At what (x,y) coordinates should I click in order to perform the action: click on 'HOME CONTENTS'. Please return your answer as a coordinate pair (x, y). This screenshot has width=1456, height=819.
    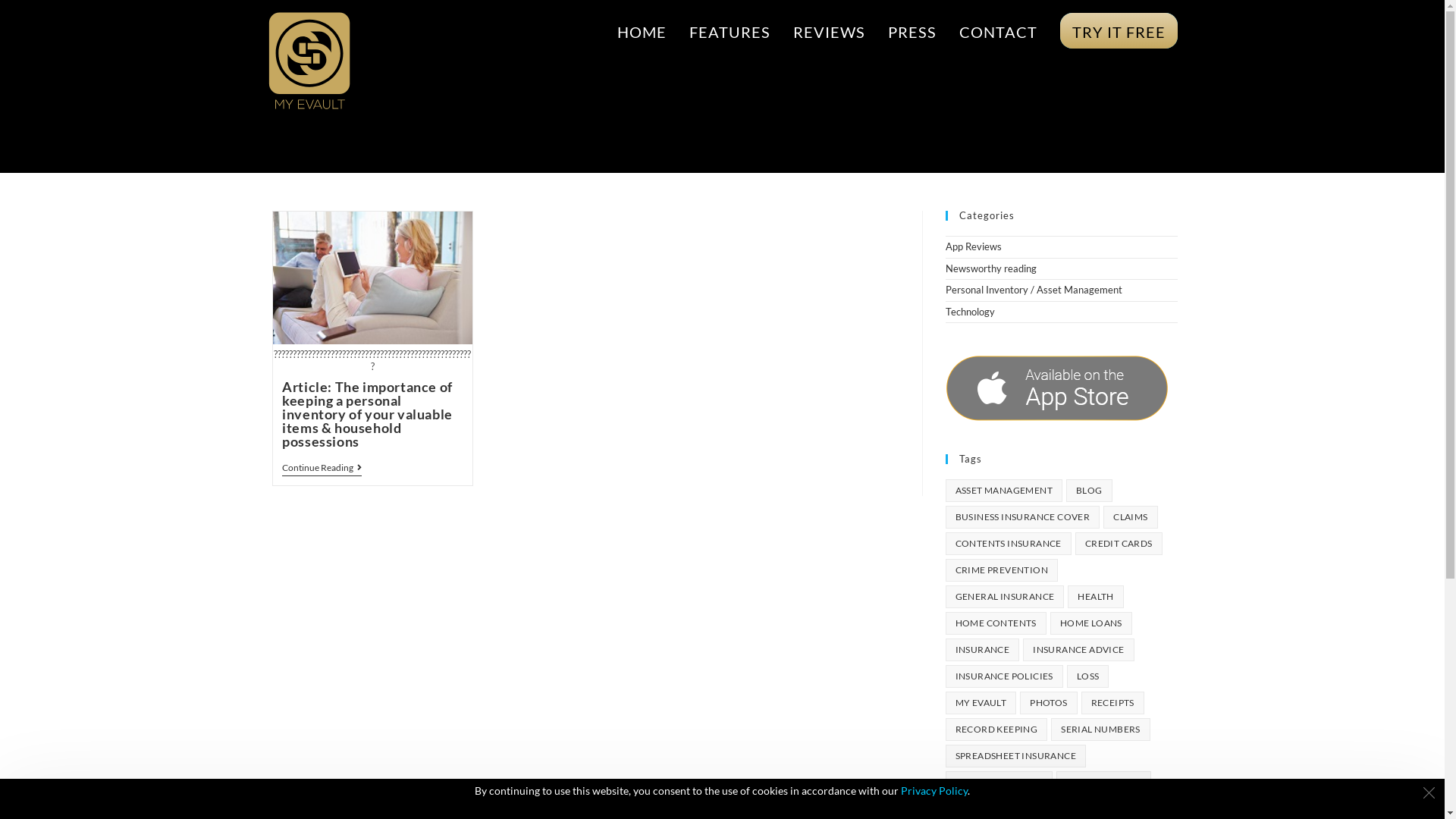
    Looking at the image, I should click on (995, 623).